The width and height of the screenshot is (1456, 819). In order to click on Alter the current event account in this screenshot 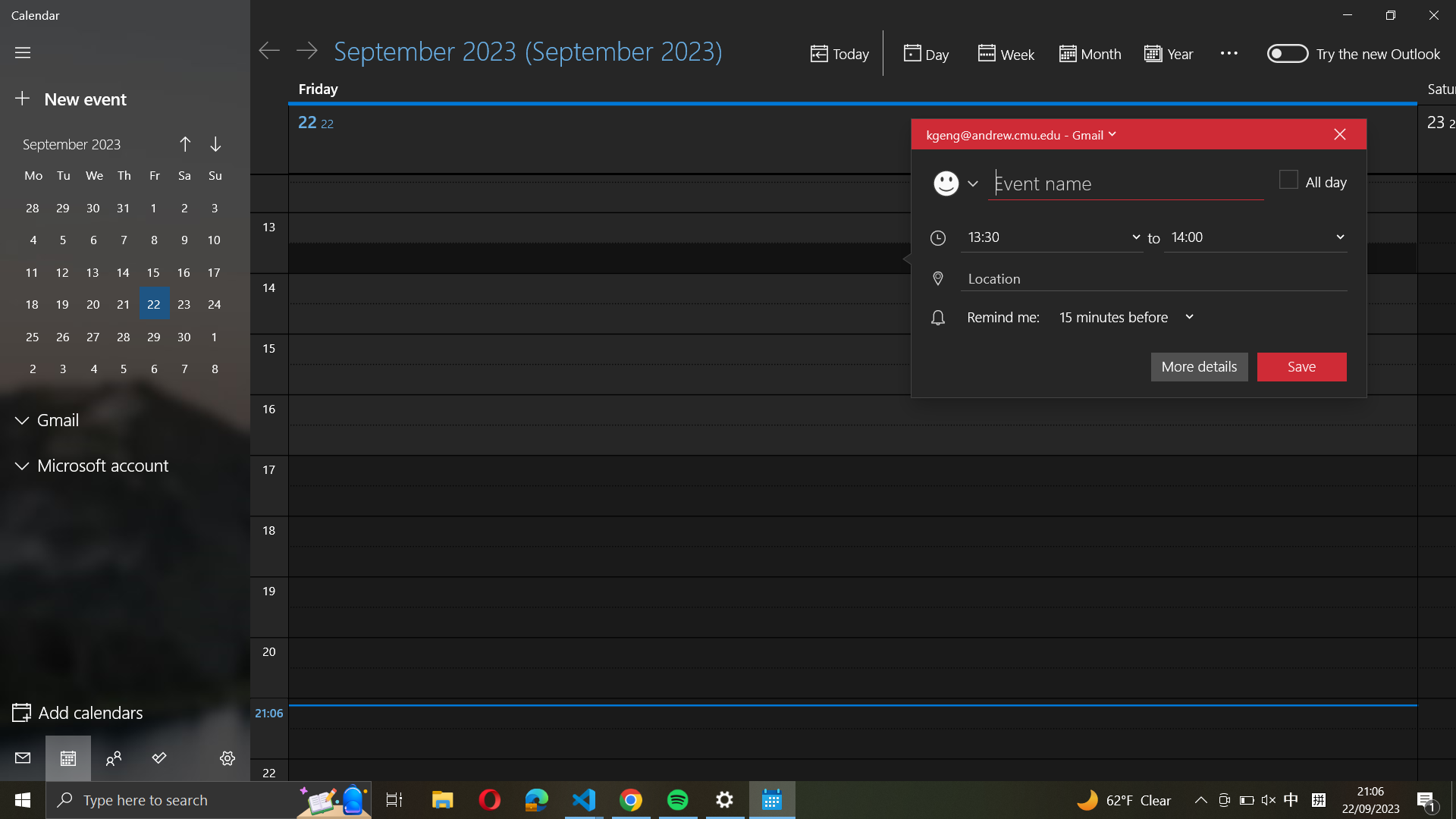, I will do `click(1019, 133)`.